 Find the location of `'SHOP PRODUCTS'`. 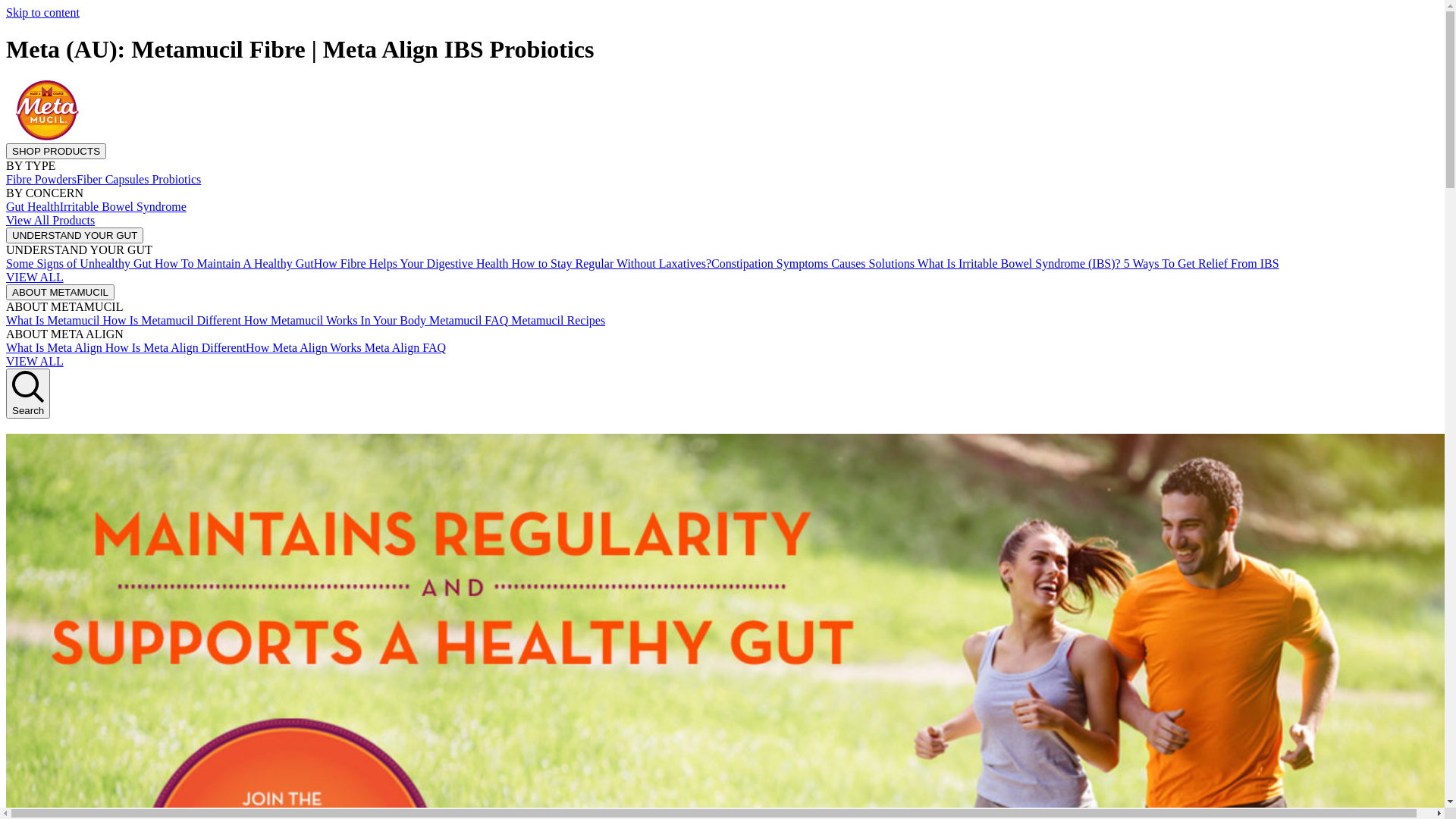

'SHOP PRODUCTS' is located at coordinates (55, 150).